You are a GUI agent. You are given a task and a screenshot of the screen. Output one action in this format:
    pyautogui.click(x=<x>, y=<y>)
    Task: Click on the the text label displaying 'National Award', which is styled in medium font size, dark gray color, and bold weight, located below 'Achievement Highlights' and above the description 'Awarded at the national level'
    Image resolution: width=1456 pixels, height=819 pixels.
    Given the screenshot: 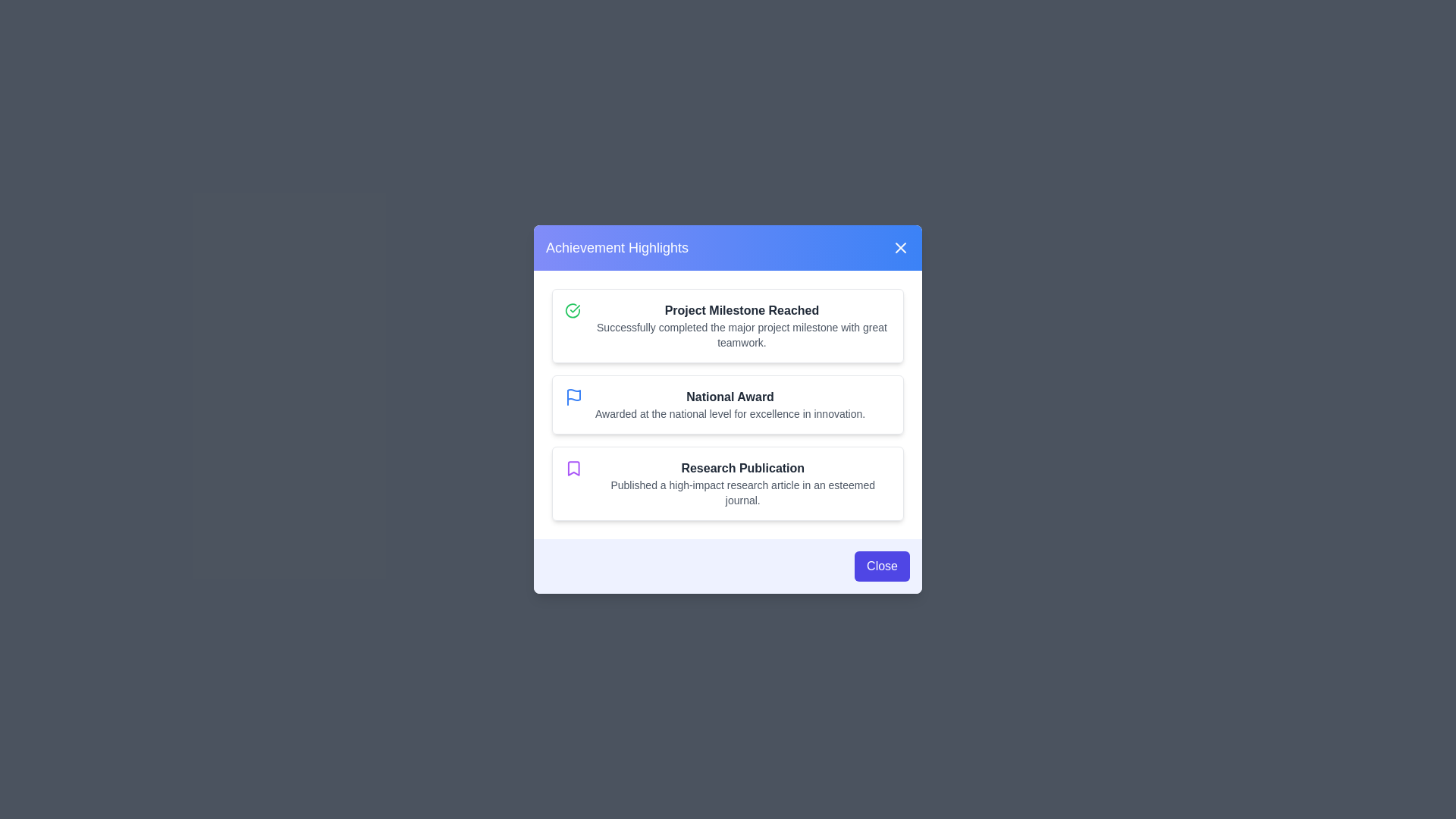 What is the action you would take?
    pyautogui.click(x=730, y=397)
    